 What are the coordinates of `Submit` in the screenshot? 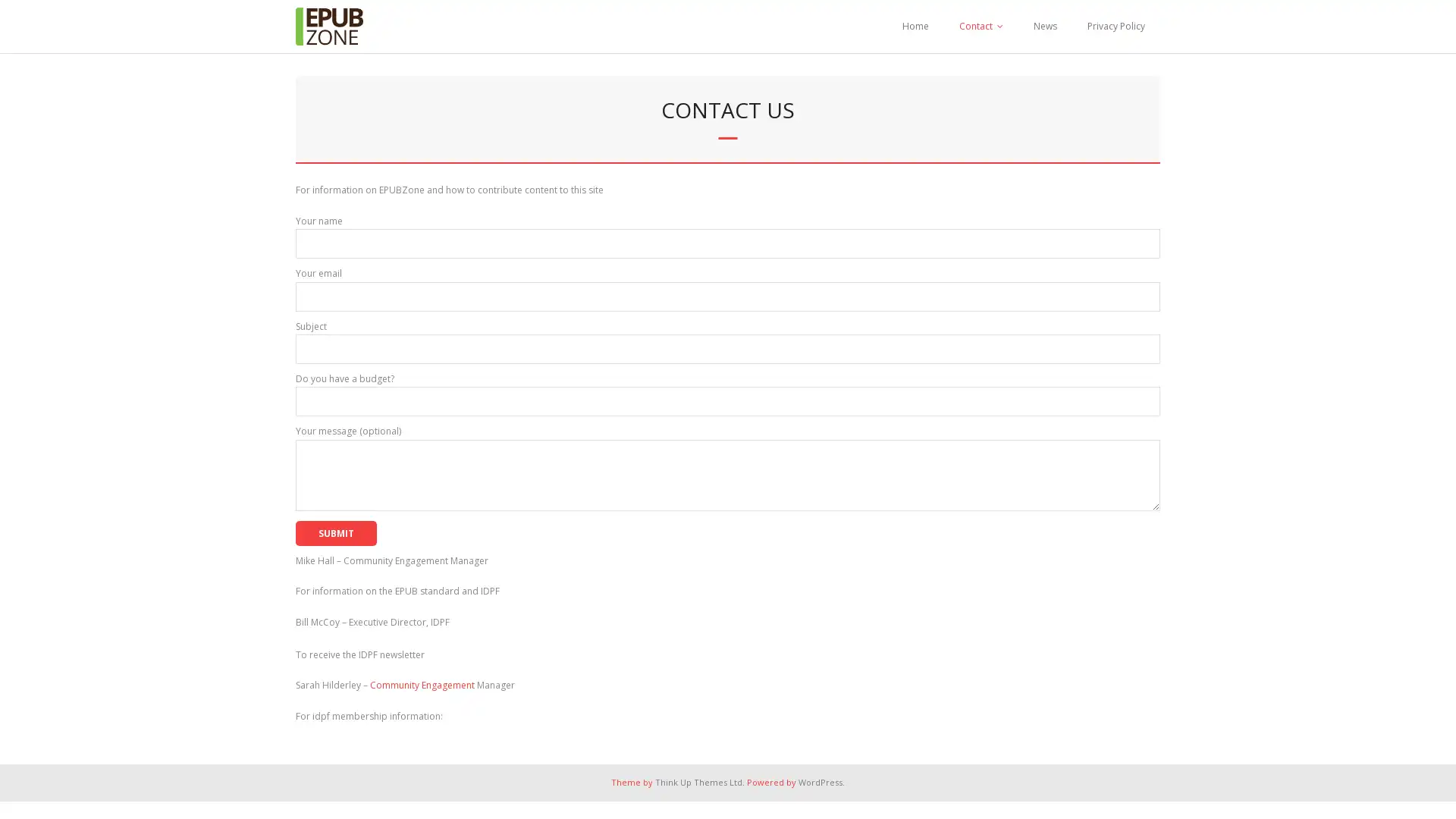 It's located at (335, 532).